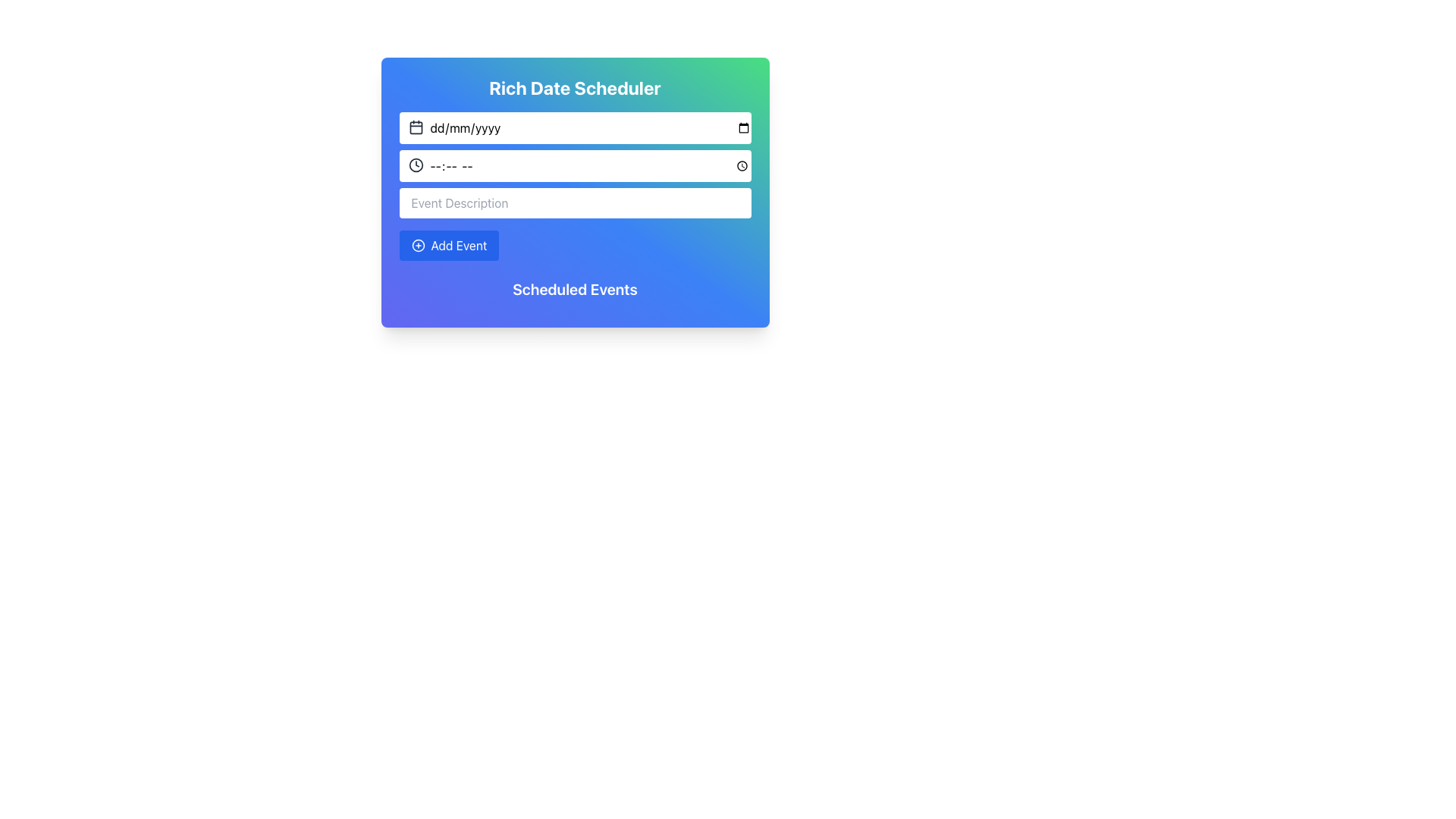 The height and width of the screenshot is (819, 1456). I want to click on the 'Add Event' icon located to the left of the 'Add Event' label, so click(418, 245).